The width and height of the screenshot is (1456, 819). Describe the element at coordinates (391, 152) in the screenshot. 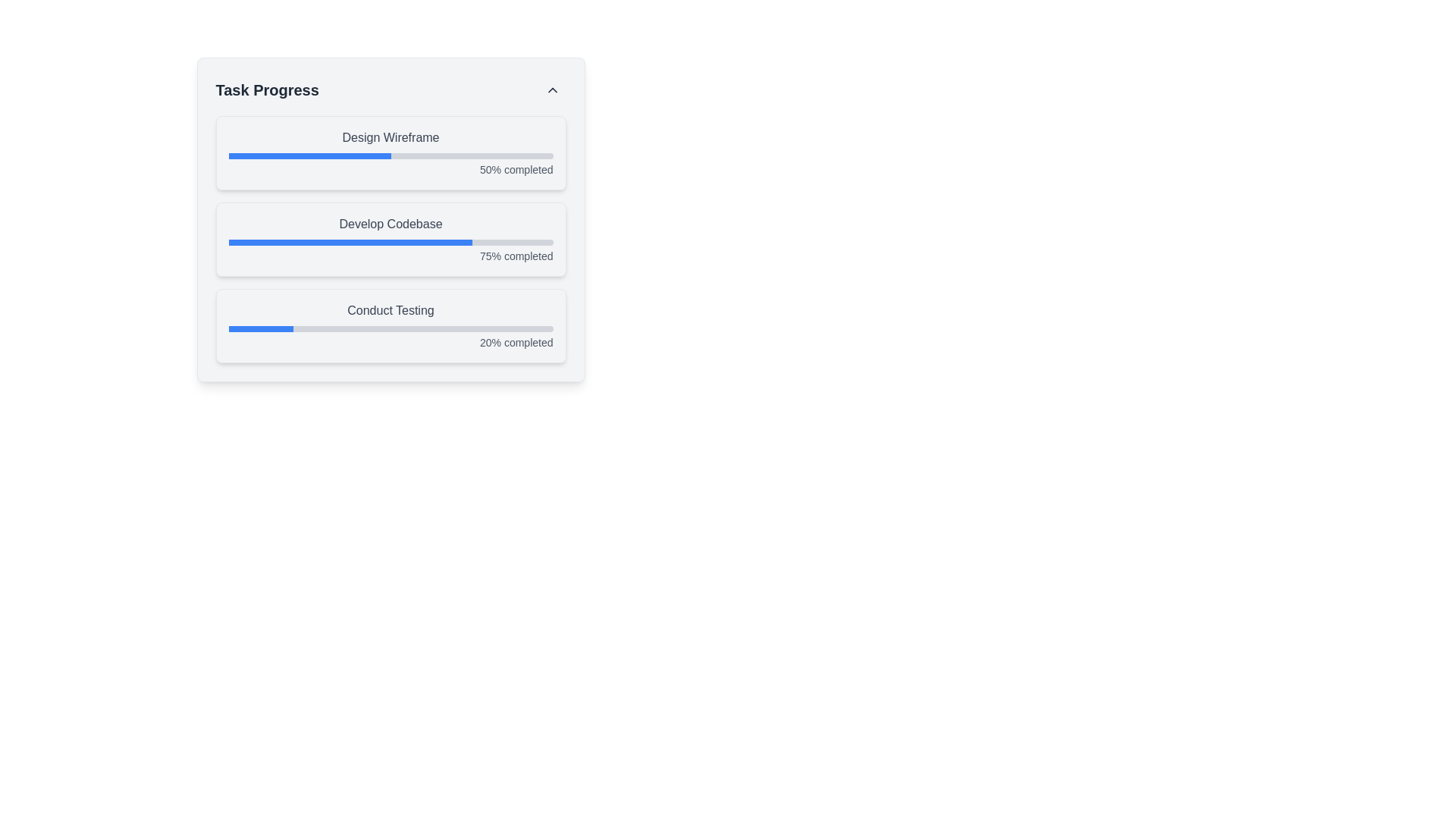

I see `associated text indicating the status of the progress bar labeled 'Design Wireframe', which shows '50% completed' to its right` at that location.